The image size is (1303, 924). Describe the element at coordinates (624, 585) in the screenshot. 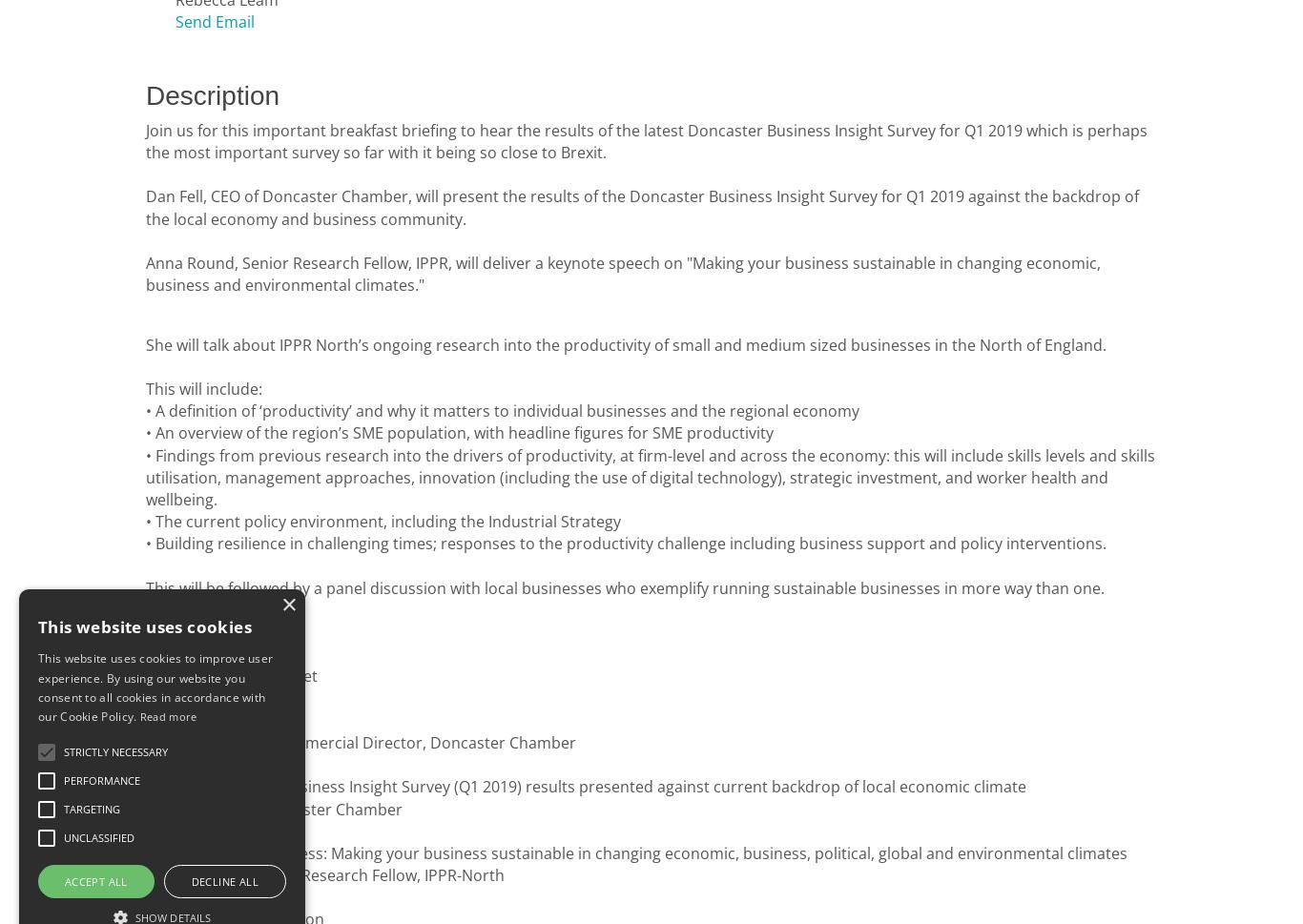

I see `'This will be followed by a panel discussion with local businesses who exemplify running sustainable businesses in more way than one.'` at that location.